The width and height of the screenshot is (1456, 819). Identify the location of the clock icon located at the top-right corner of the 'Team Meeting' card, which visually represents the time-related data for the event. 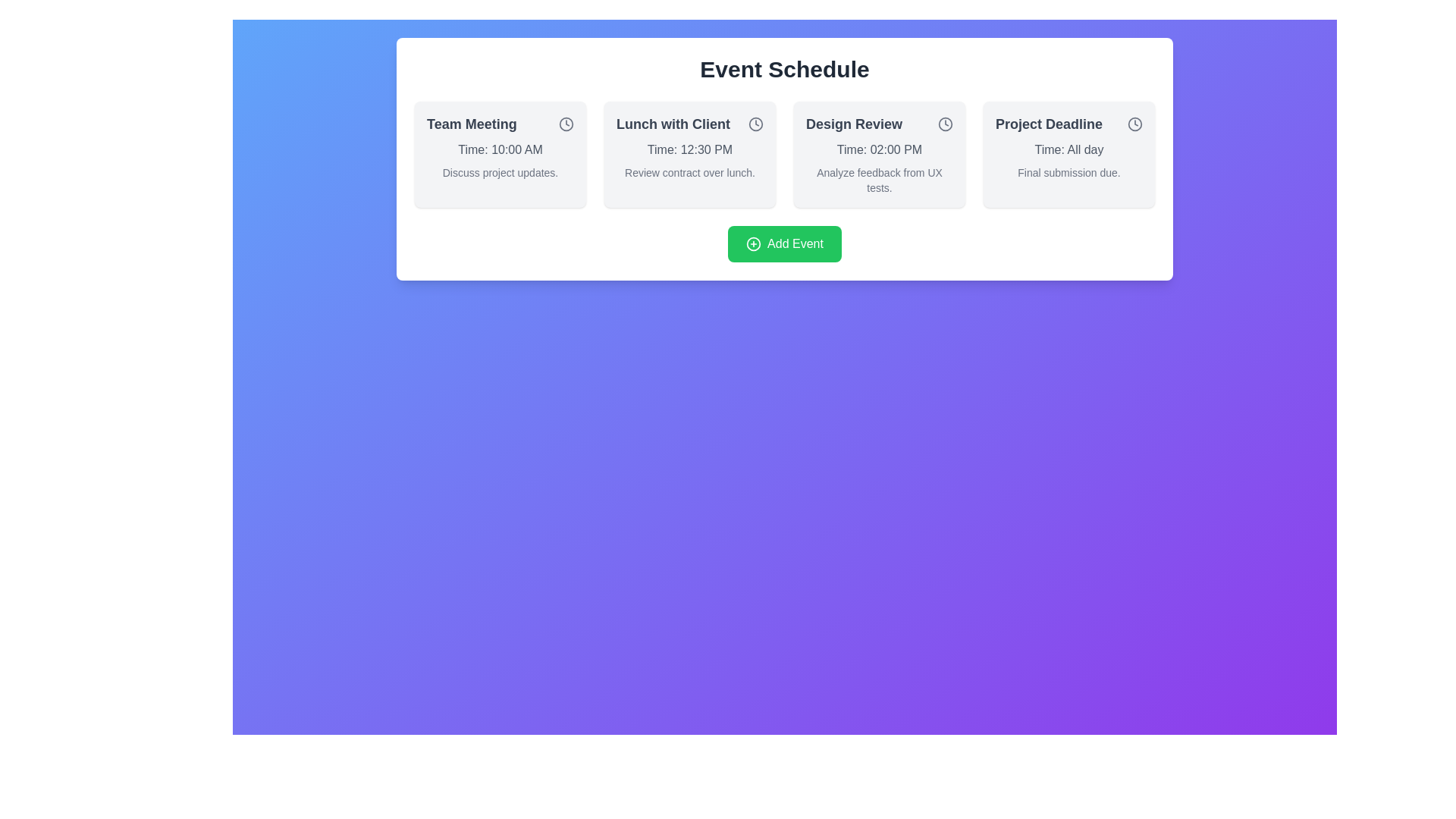
(566, 124).